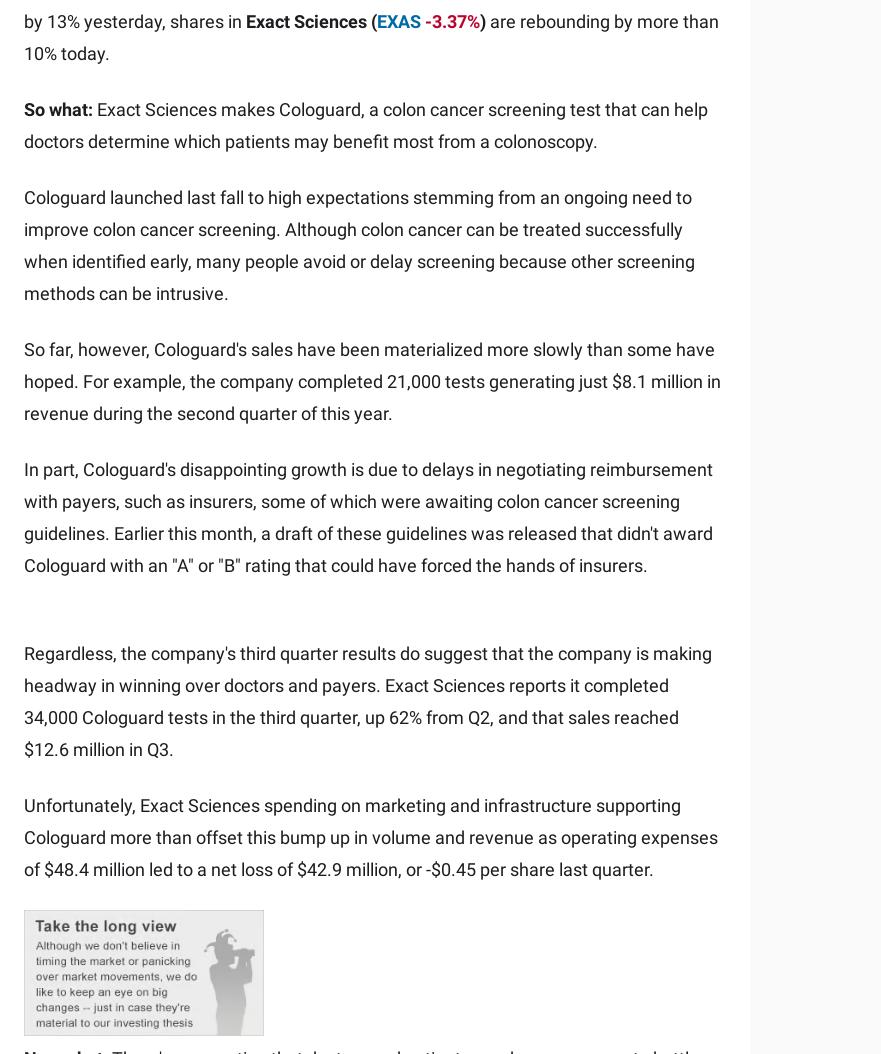 The image size is (881, 1054). I want to click on 'Rule Your Retirement', so click(268, 574).